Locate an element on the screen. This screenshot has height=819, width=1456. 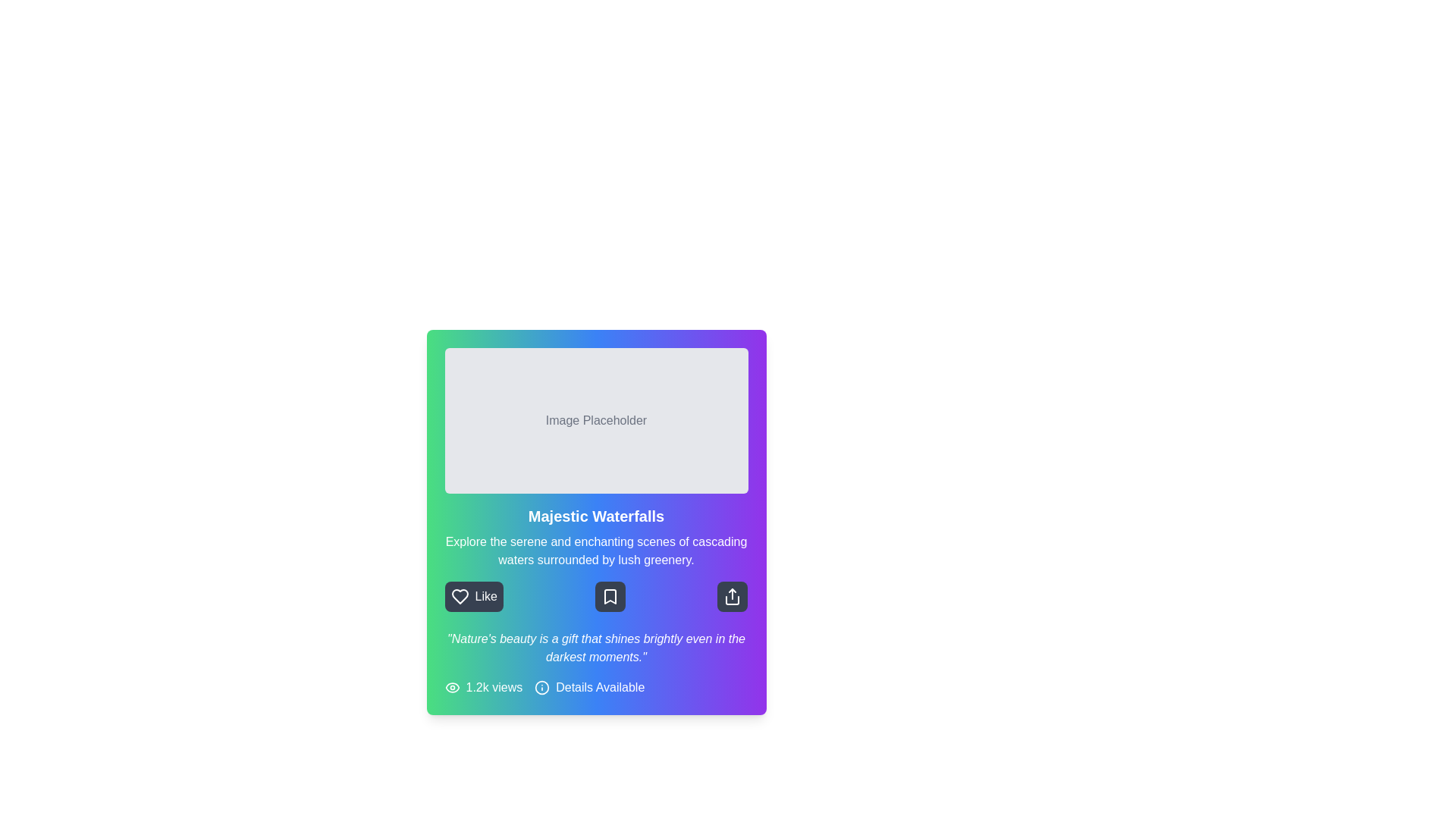
the 'Like' button, which is a rectangular button with rounded corners, gray background, a white heart icon, and white text, located on the far left among three horizontally aligned buttons at the bottom of a card is located at coordinates (472, 595).